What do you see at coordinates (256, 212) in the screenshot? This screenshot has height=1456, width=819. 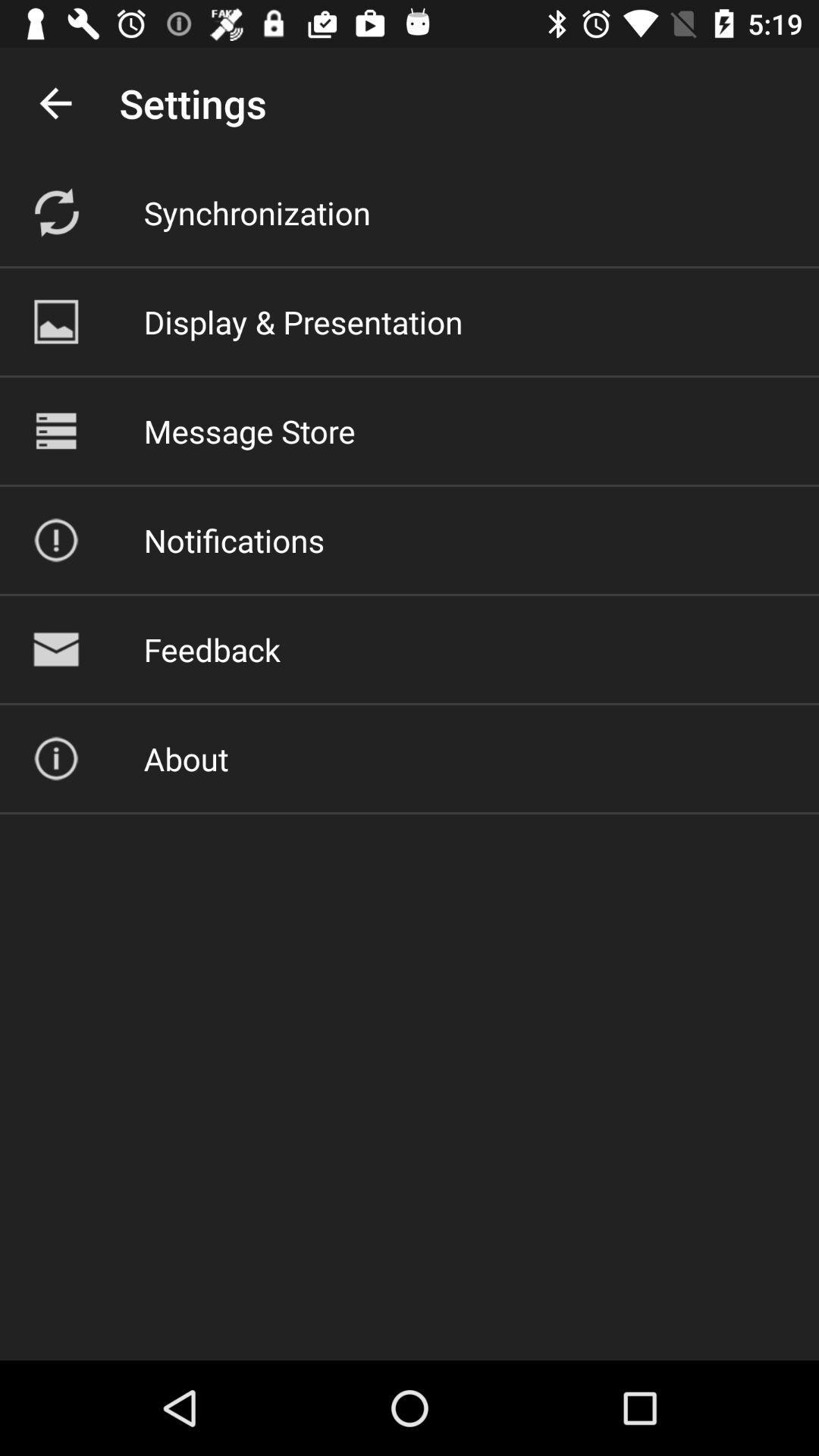 I see `the icon above the display & presentation` at bounding box center [256, 212].